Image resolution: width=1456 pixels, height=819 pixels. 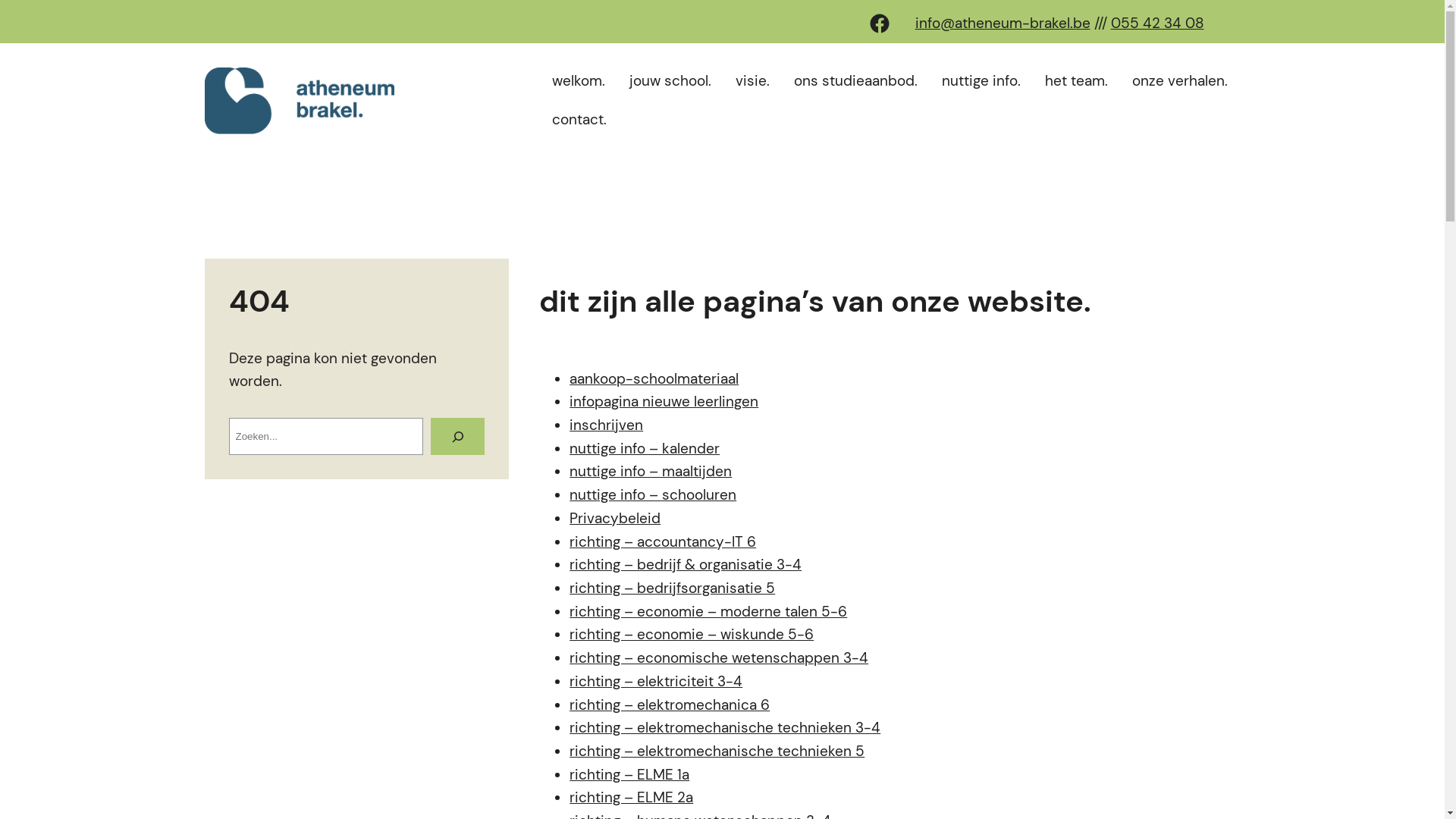 I want to click on 'jouw school.', so click(x=669, y=81).